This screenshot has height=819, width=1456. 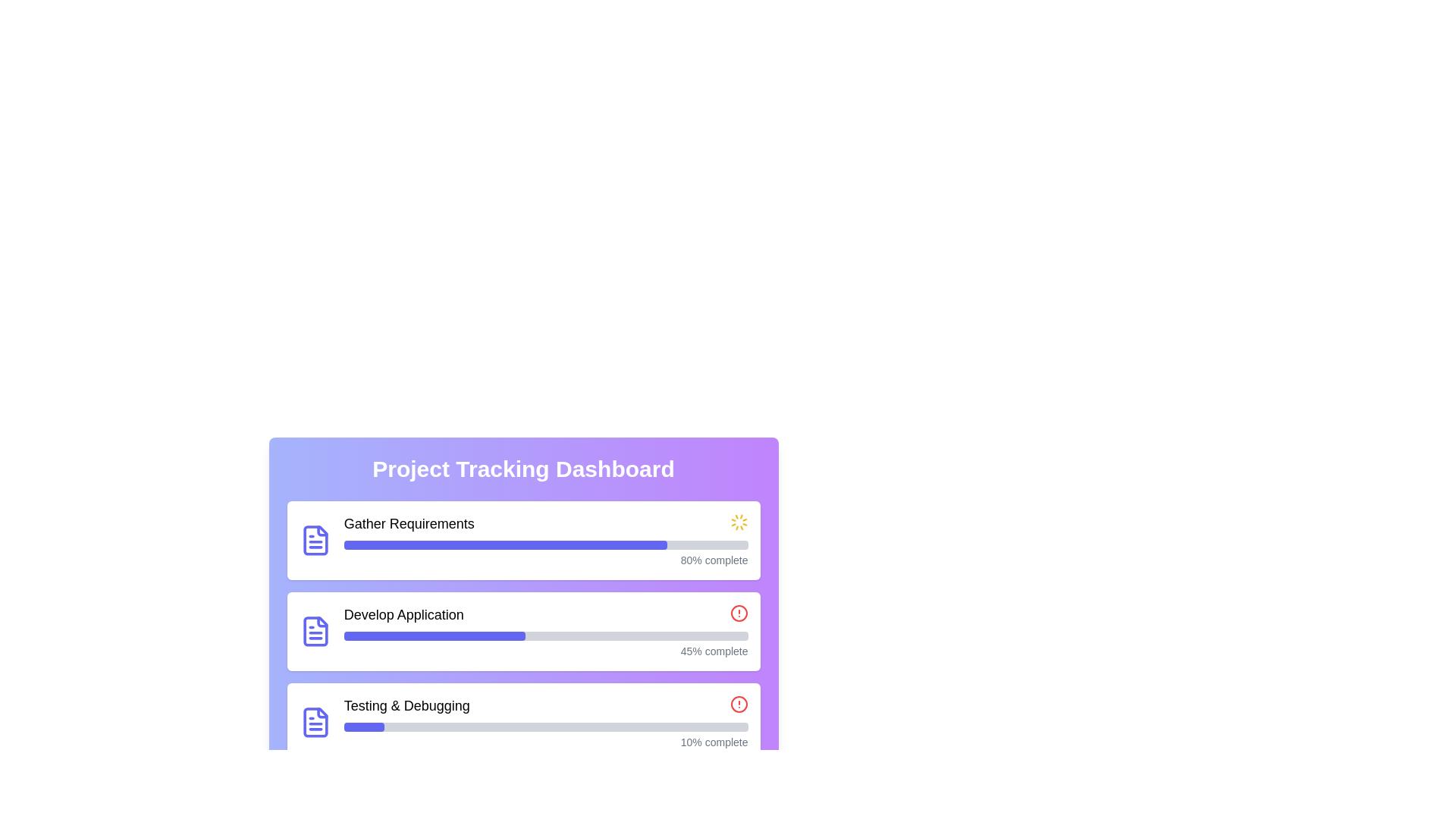 I want to click on the indigo document icon located to the left of the 'Develop Application' text within the rounded white card, so click(x=315, y=632).